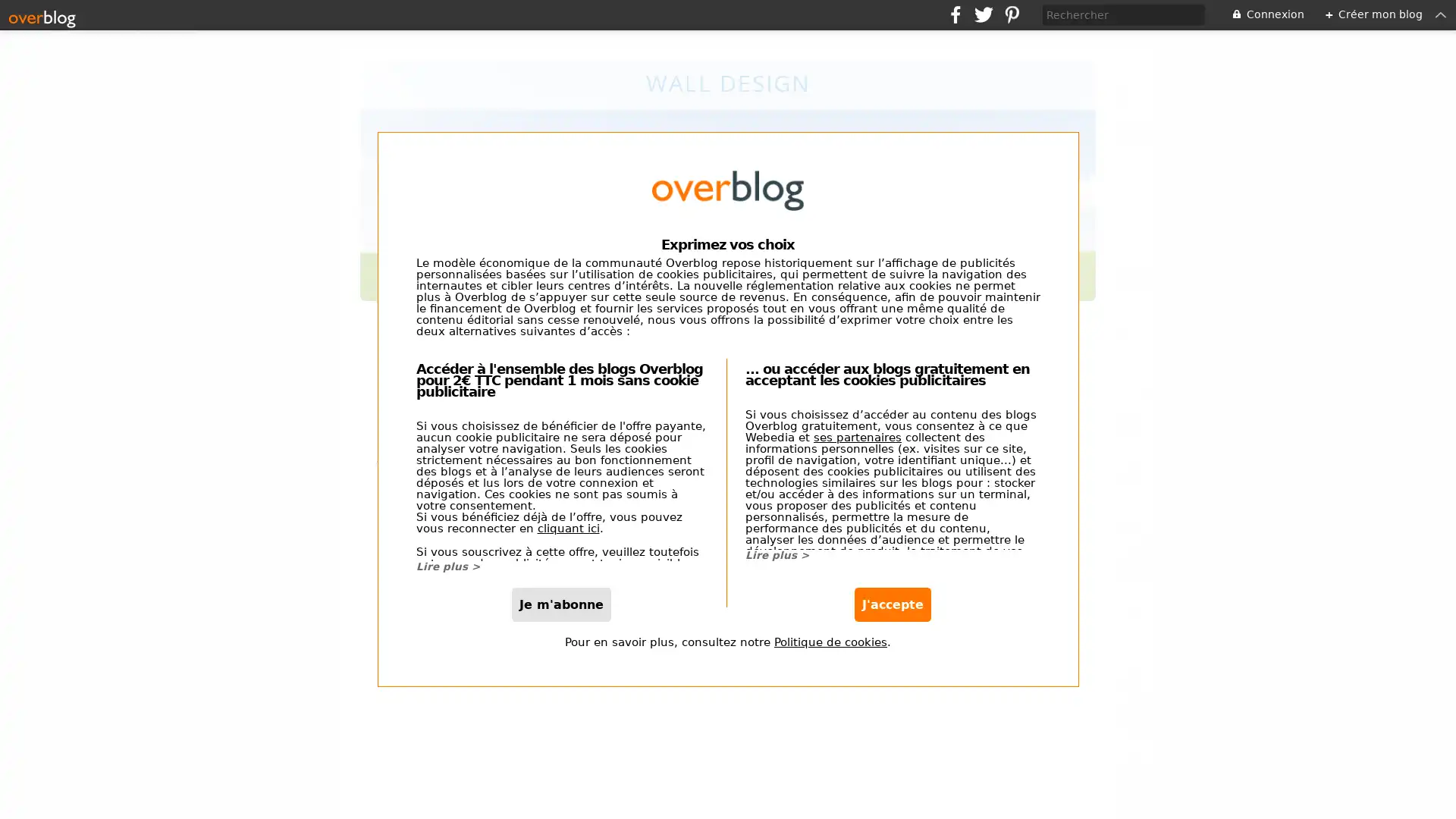  I want to click on Je m'abonne, so click(560, 603).